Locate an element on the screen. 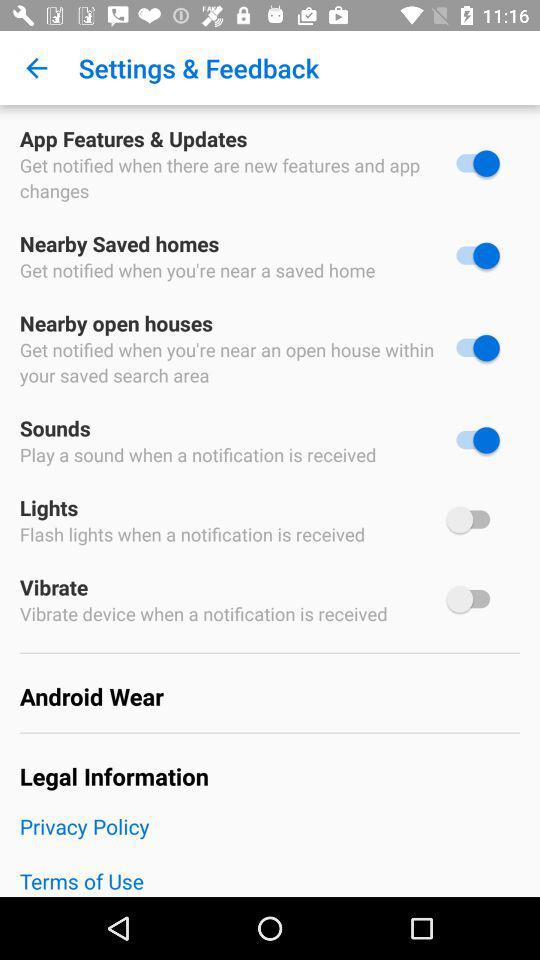 The width and height of the screenshot is (540, 960). vibrate on/off is located at coordinates (472, 599).